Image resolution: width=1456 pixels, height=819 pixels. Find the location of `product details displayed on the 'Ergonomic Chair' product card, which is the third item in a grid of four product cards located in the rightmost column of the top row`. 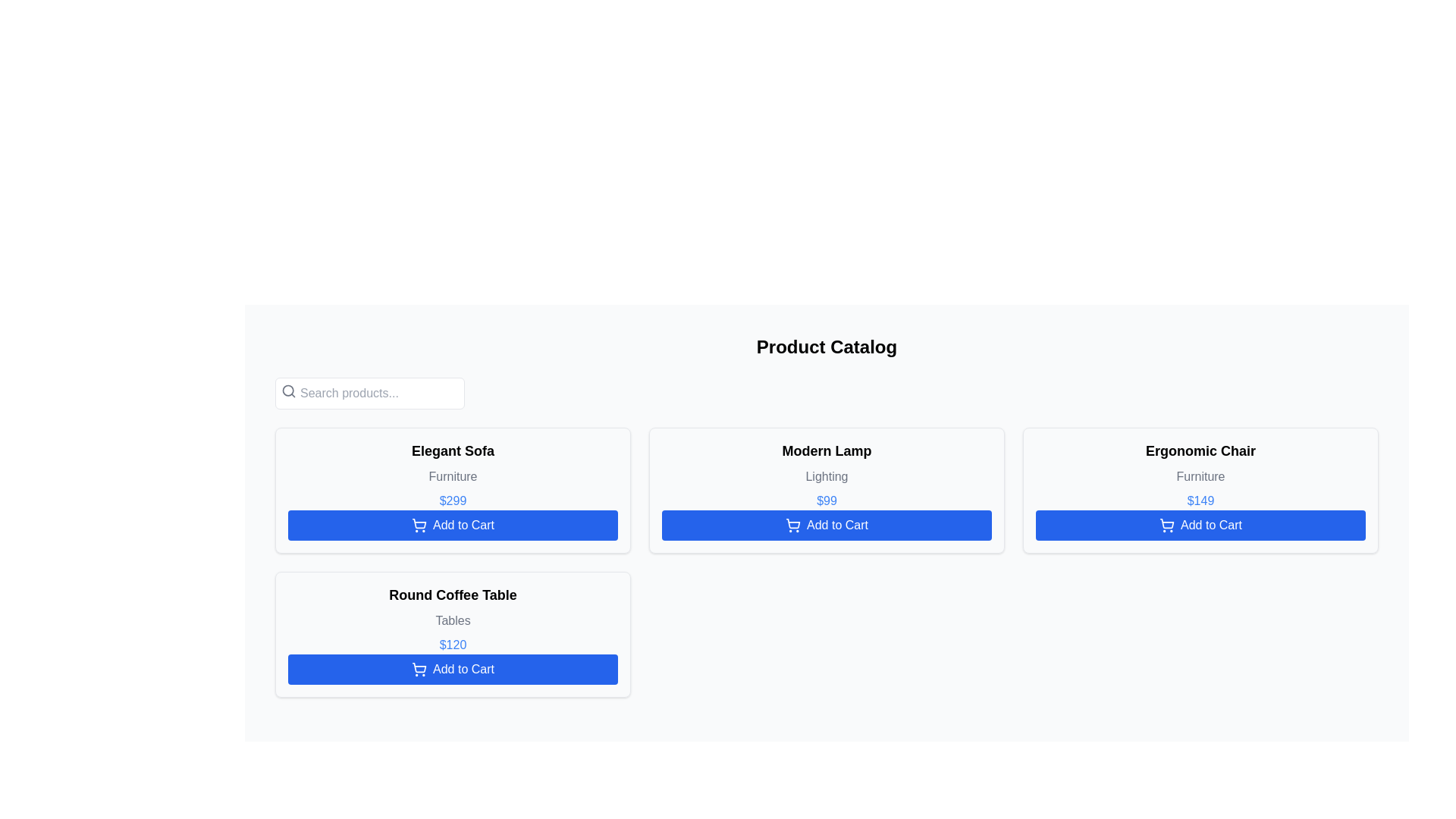

product details displayed on the 'Ergonomic Chair' product card, which is the third item in a grid of four product cards located in the rightmost column of the top row is located at coordinates (1200, 491).